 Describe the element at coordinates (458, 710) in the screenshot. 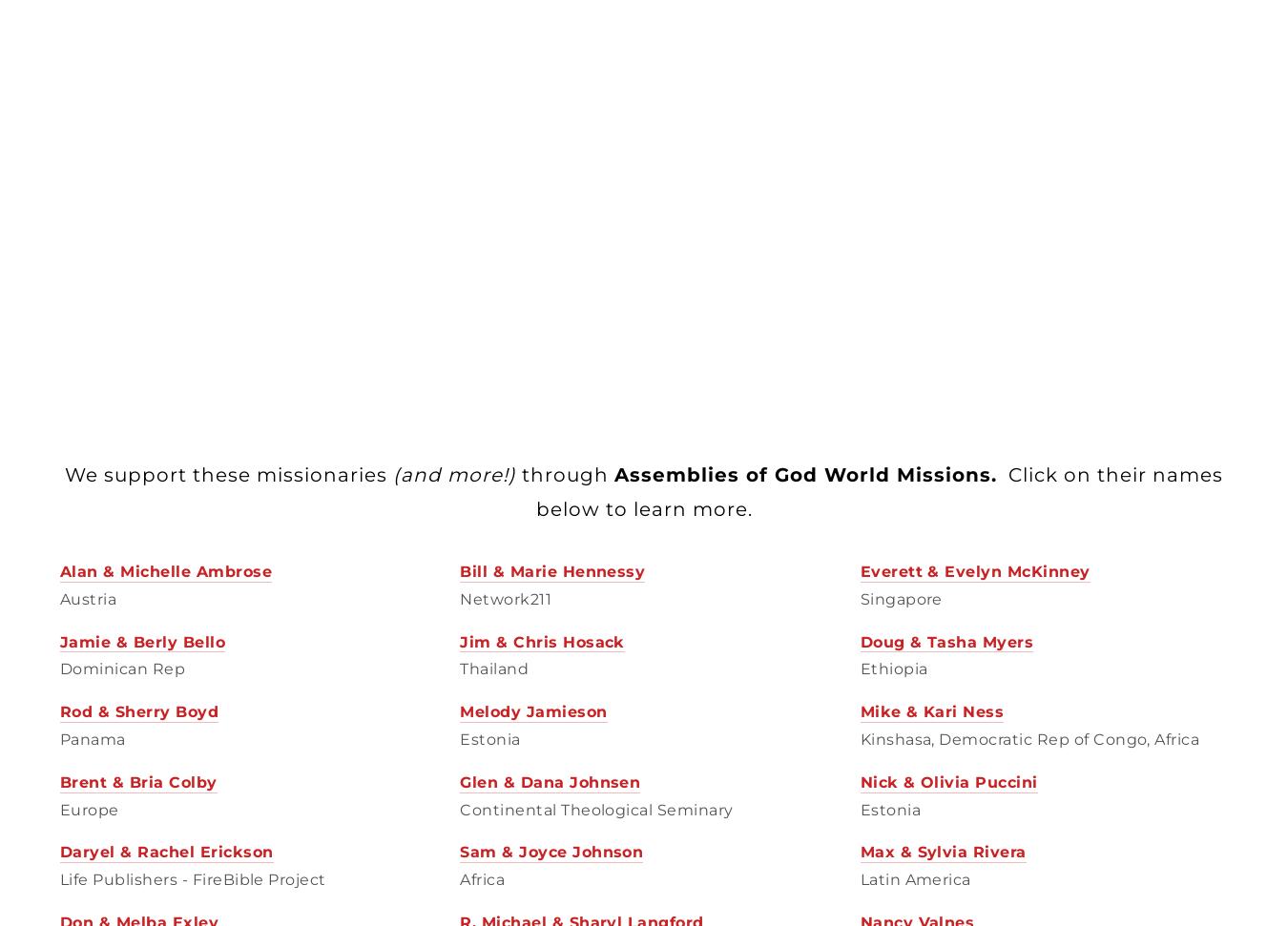

I see `'Melody Jamieson'` at that location.